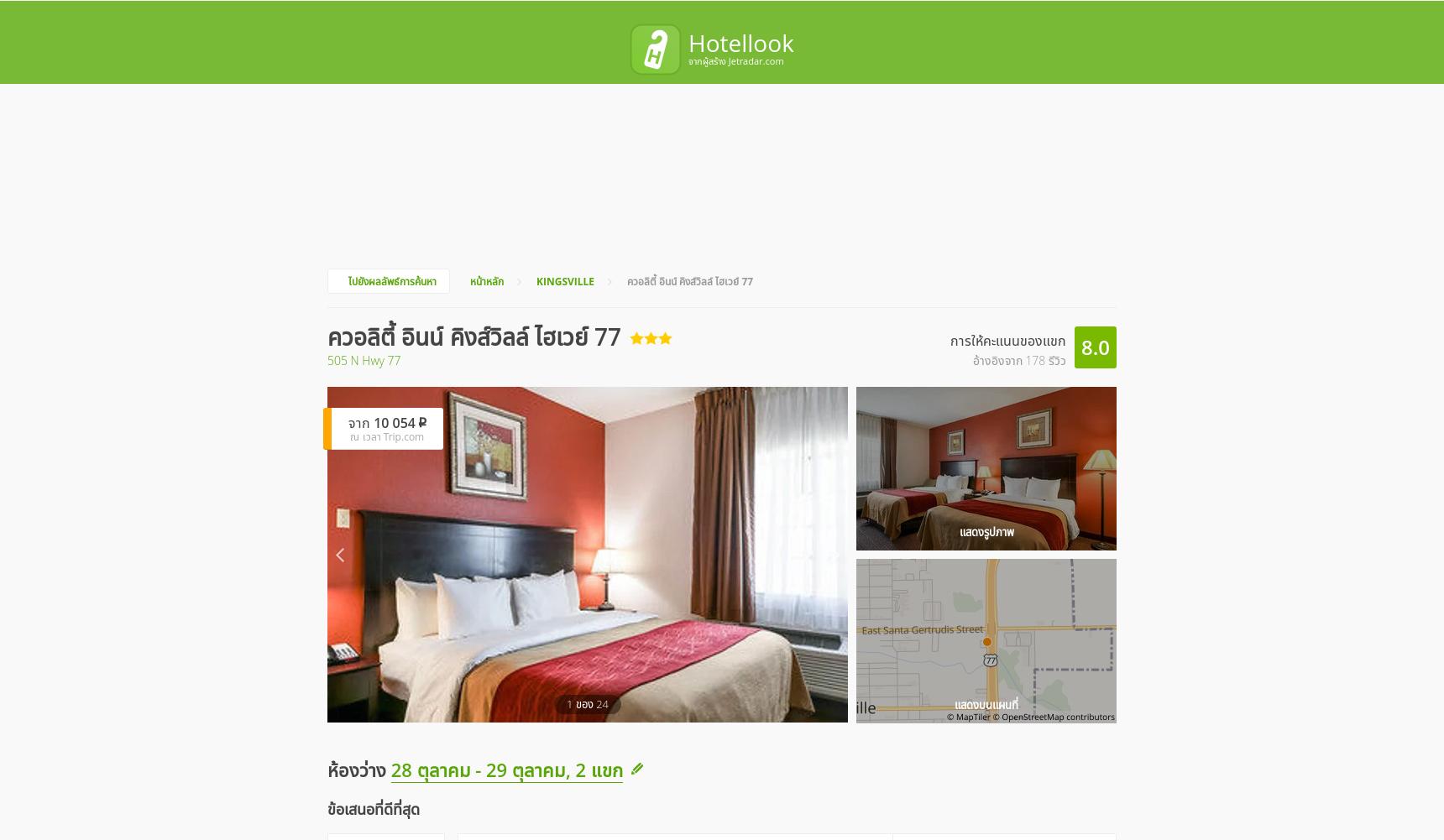  Describe the element at coordinates (931, 22) in the screenshot. I see `'12 573'` at that location.